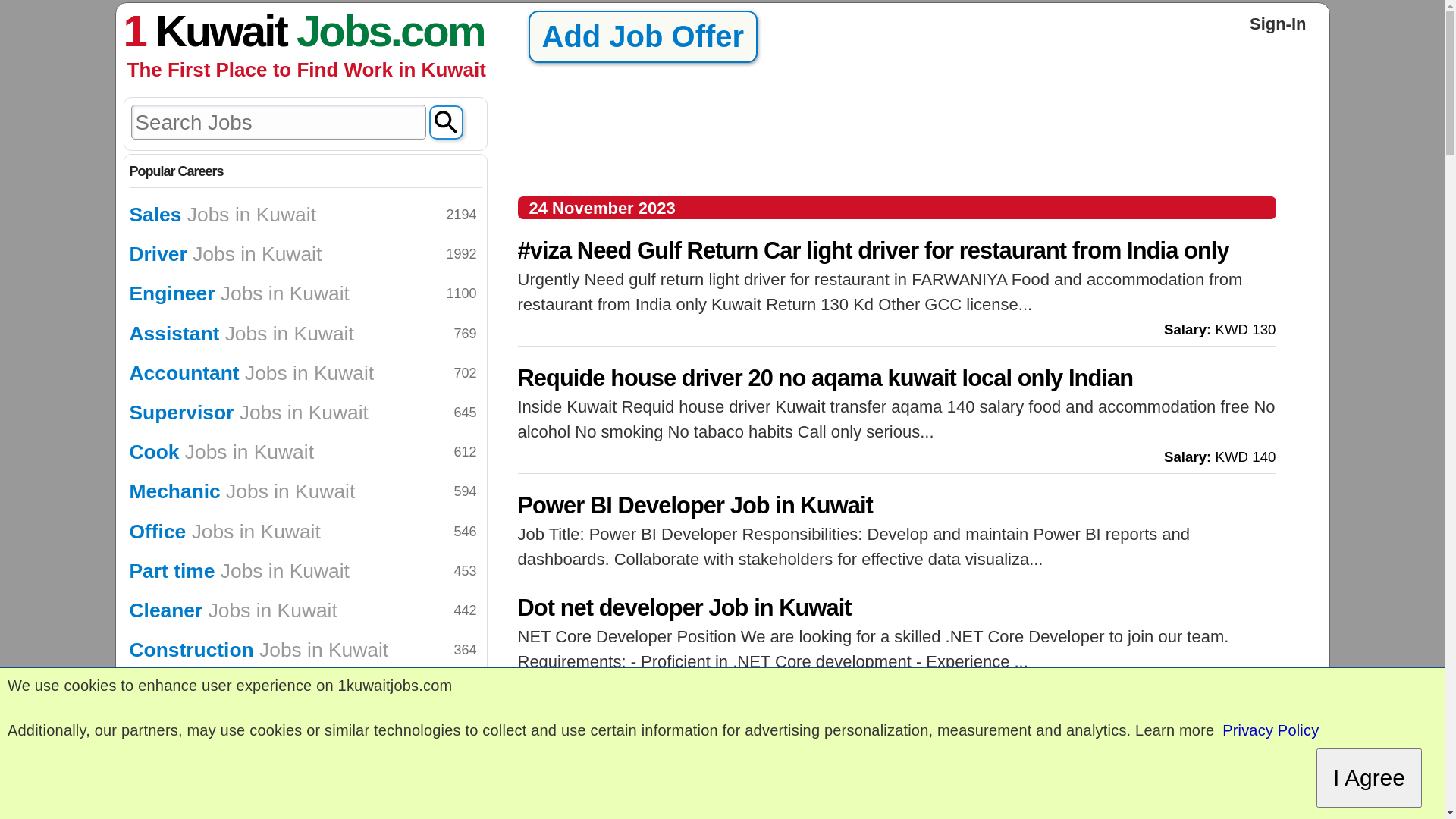  I want to click on 'I Agree', so click(1369, 778).